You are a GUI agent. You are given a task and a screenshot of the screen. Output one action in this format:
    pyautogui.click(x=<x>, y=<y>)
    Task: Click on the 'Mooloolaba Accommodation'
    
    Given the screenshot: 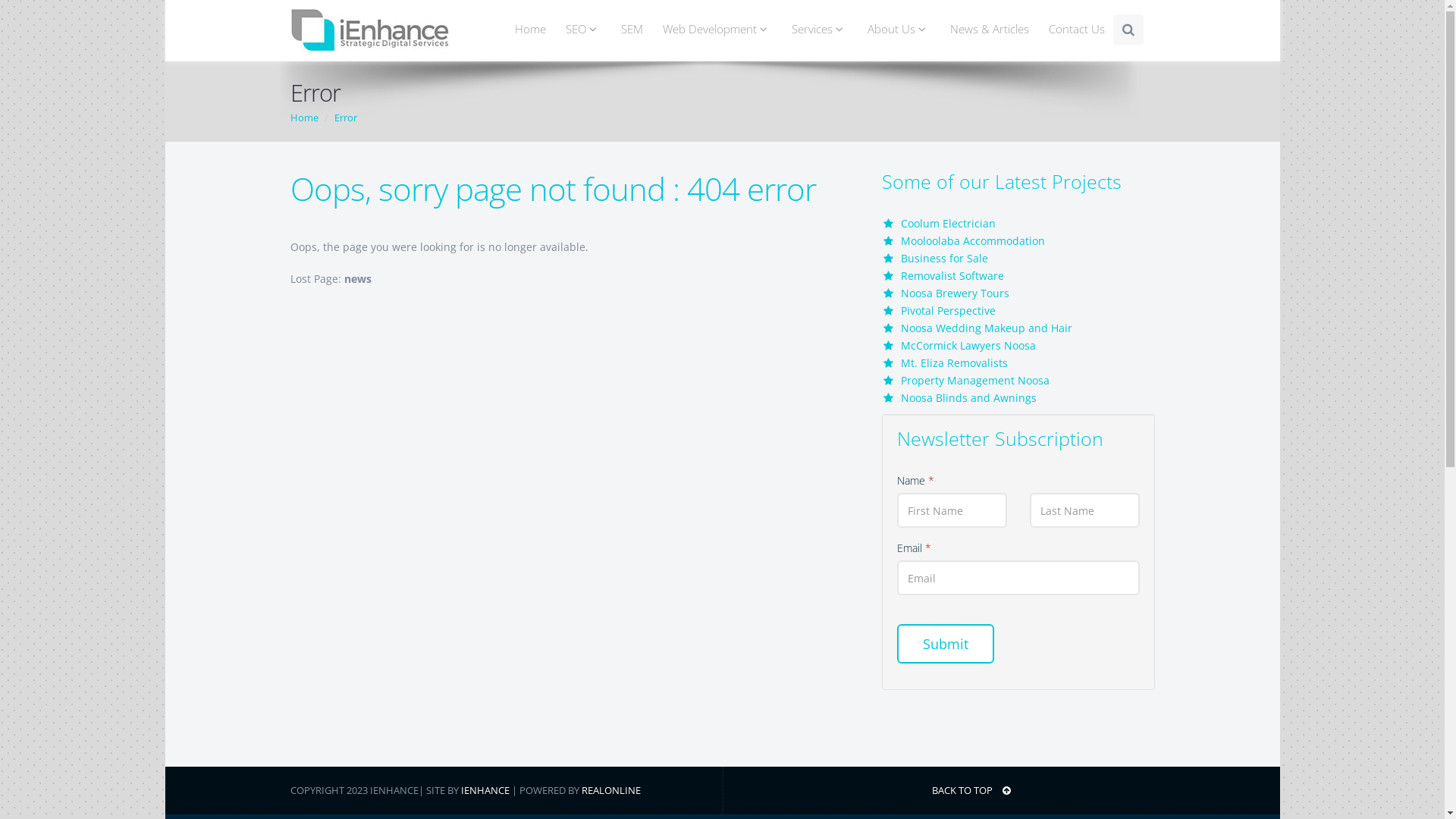 What is the action you would take?
    pyautogui.click(x=972, y=240)
    